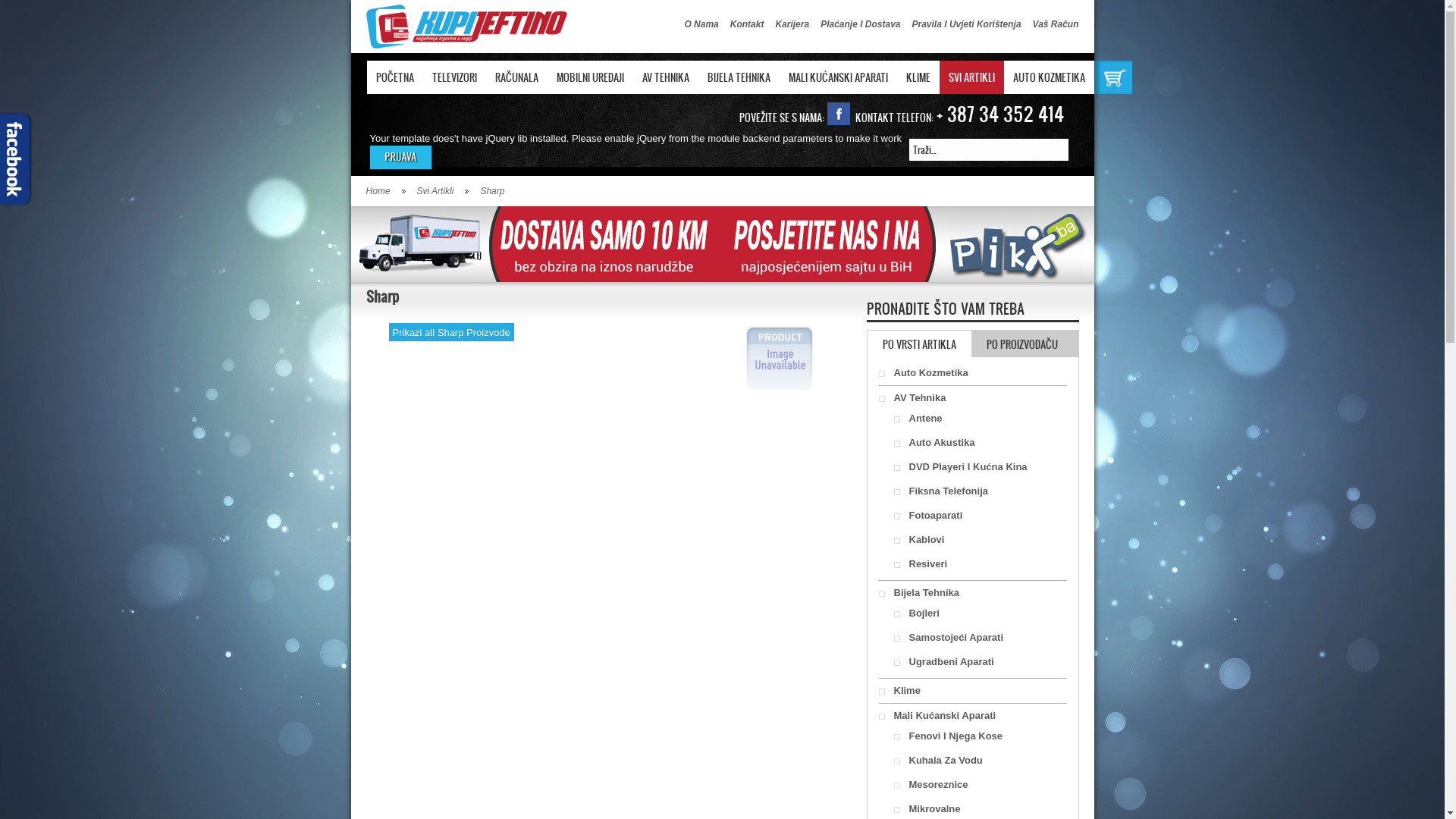  What do you see at coordinates (1048, 77) in the screenshot?
I see `'AUTO KOZMETIKA'` at bounding box center [1048, 77].